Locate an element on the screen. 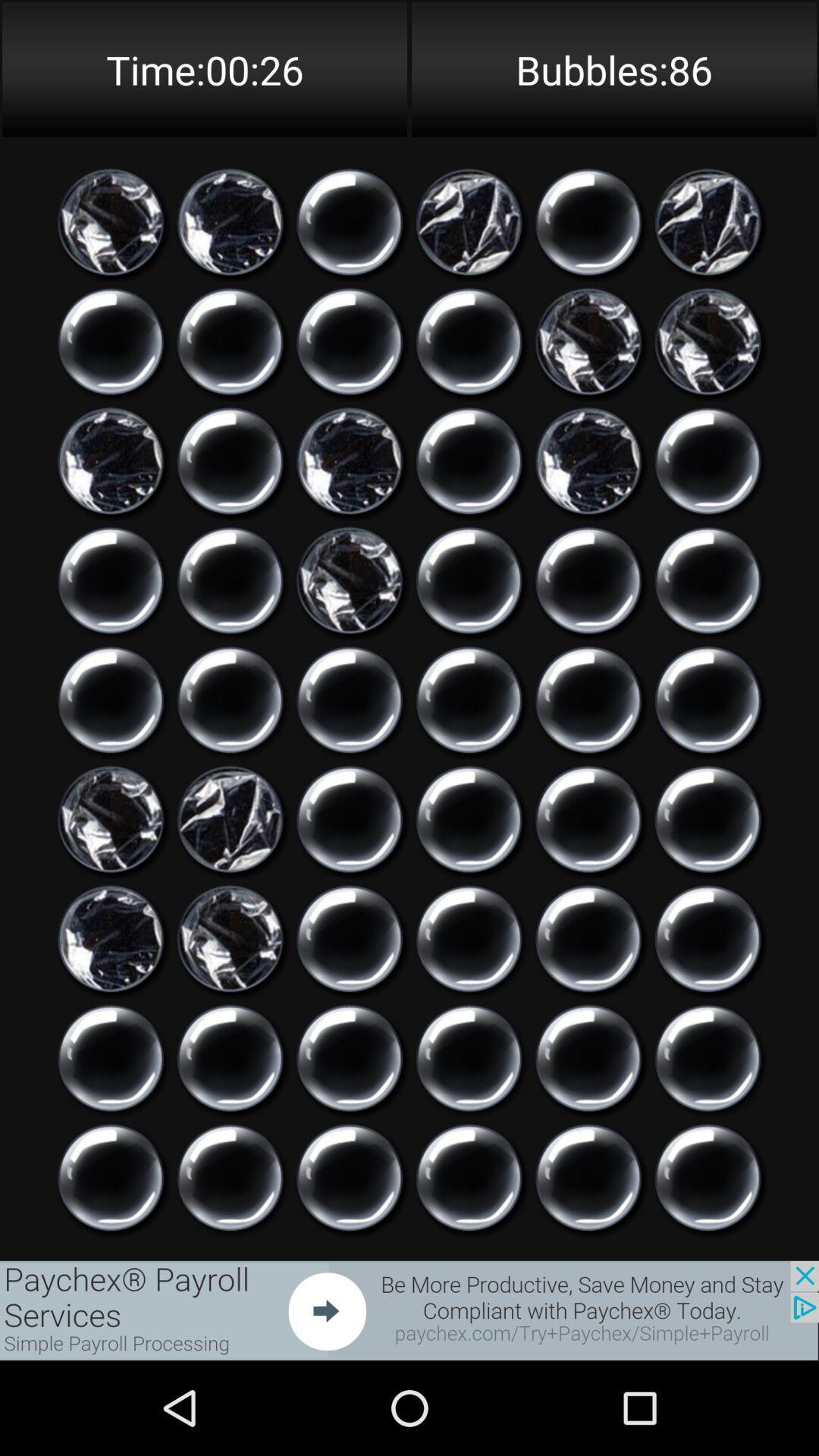 Image resolution: width=819 pixels, height=1456 pixels. go back is located at coordinates (708, 699).